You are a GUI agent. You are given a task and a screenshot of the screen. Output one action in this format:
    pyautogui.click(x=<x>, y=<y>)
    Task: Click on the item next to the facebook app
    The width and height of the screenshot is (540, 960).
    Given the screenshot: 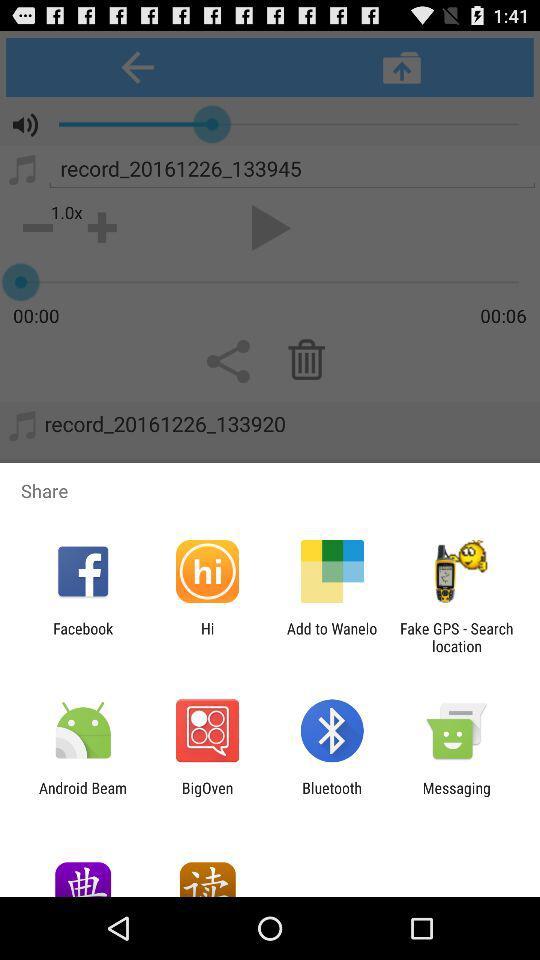 What is the action you would take?
    pyautogui.click(x=206, y=636)
    